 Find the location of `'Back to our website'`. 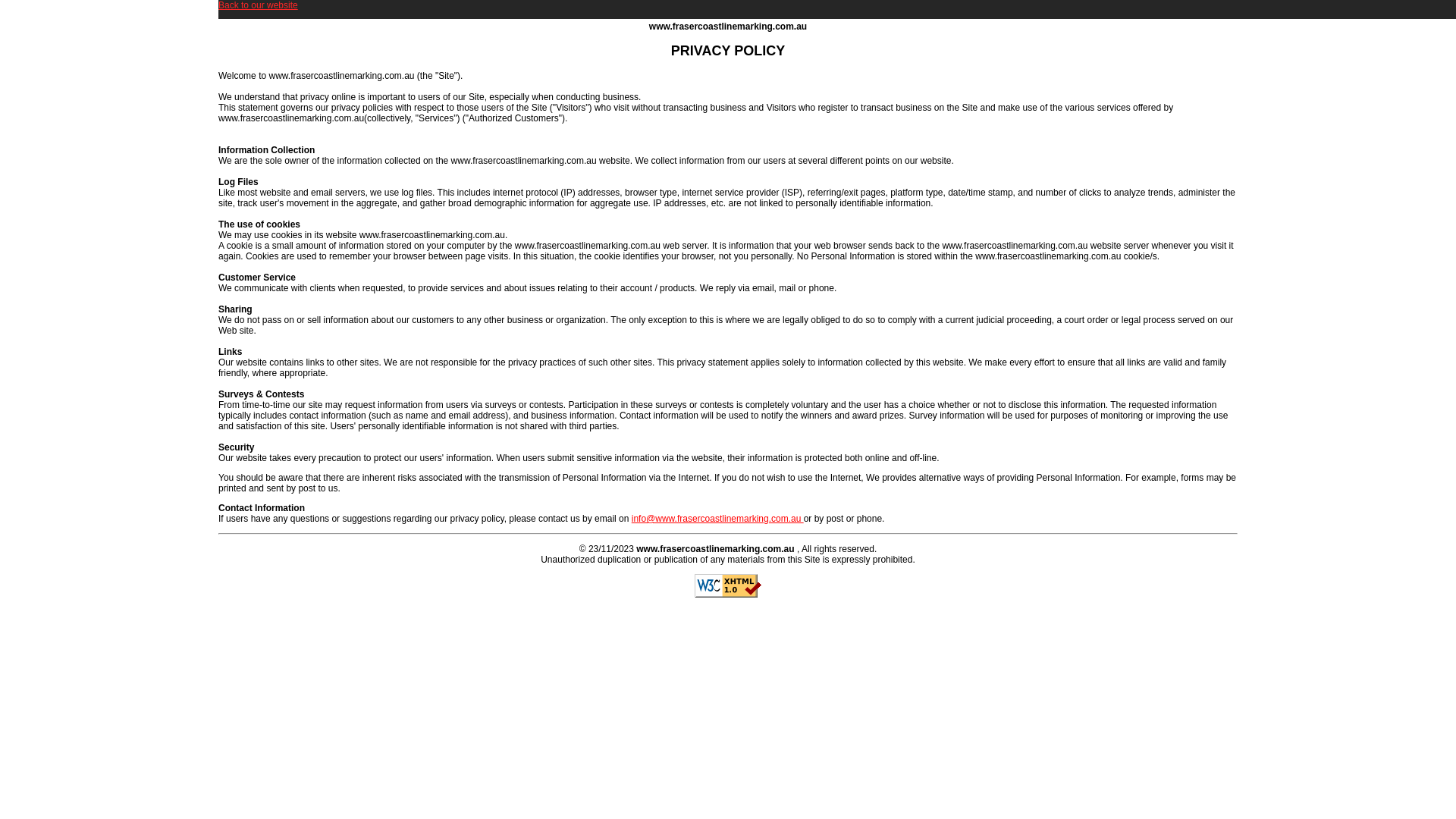

'Back to our website' is located at coordinates (258, 5).